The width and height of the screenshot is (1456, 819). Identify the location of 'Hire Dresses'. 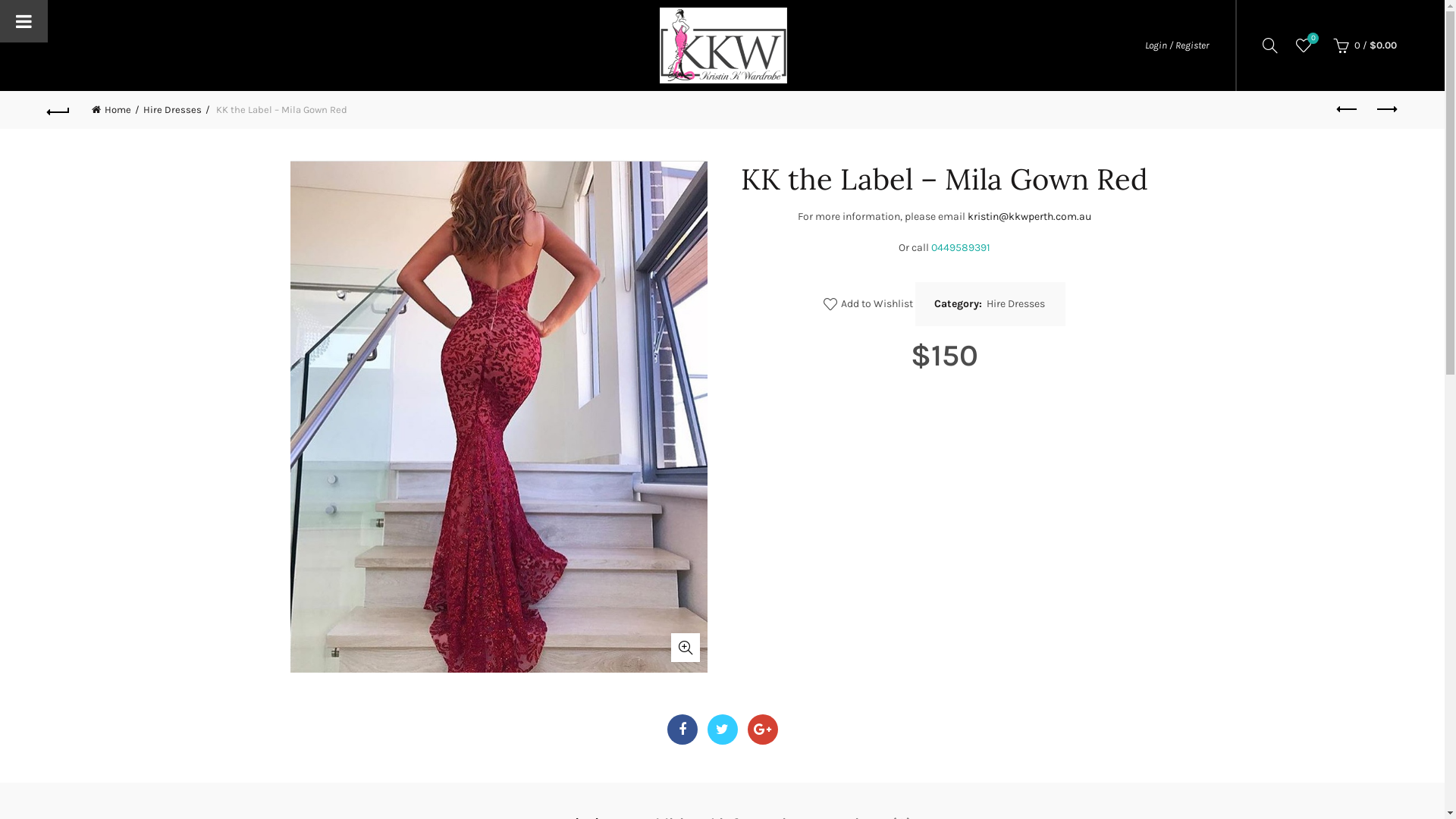
(1015, 304).